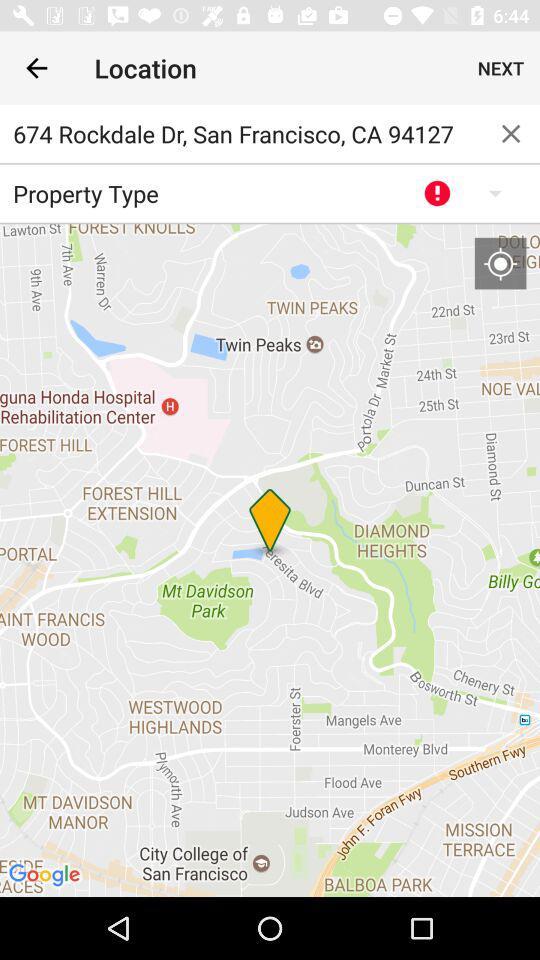  Describe the element at coordinates (36, 68) in the screenshot. I see `the icon above the 674 rockdale dr` at that location.